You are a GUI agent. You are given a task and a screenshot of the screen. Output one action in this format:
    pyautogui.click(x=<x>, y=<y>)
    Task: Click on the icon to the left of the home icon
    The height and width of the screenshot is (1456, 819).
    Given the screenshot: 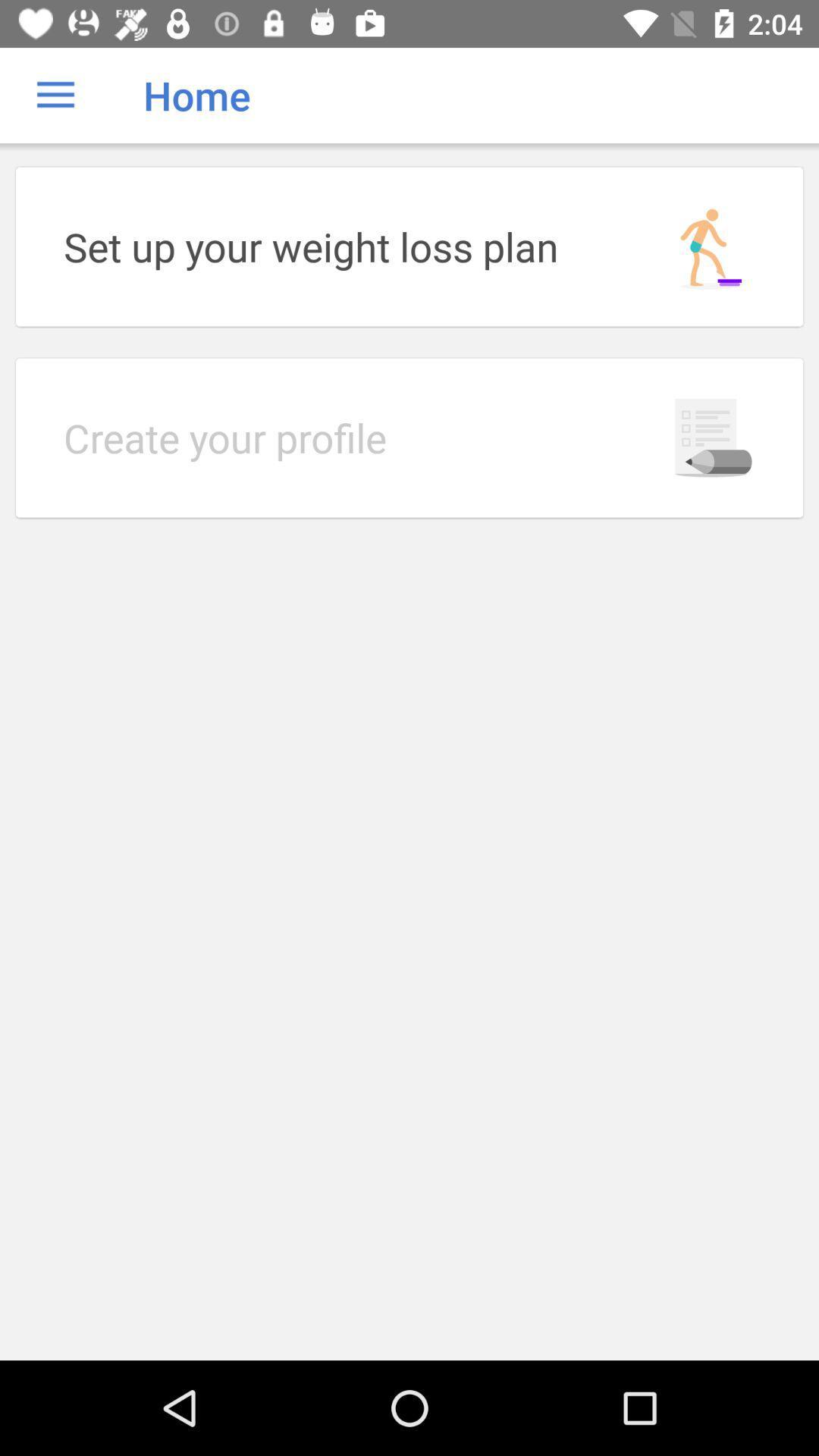 What is the action you would take?
    pyautogui.click(x=55, y=94)
    